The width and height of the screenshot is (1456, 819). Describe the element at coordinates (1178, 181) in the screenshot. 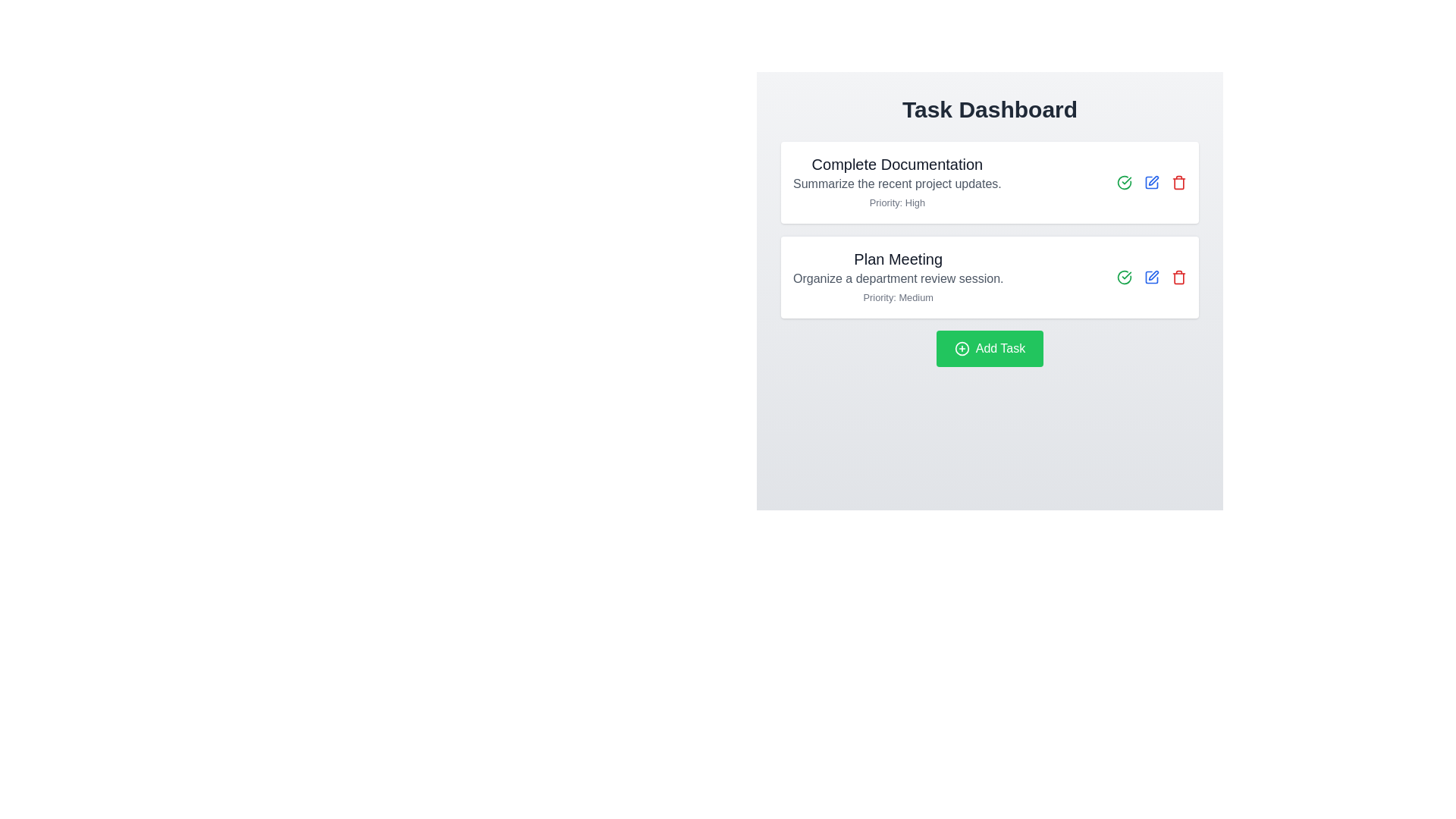

I see `the delete icon, which is the third icon in the horizontal action button group located at the right end of the task item for 'Complete Documentation'` at that location.